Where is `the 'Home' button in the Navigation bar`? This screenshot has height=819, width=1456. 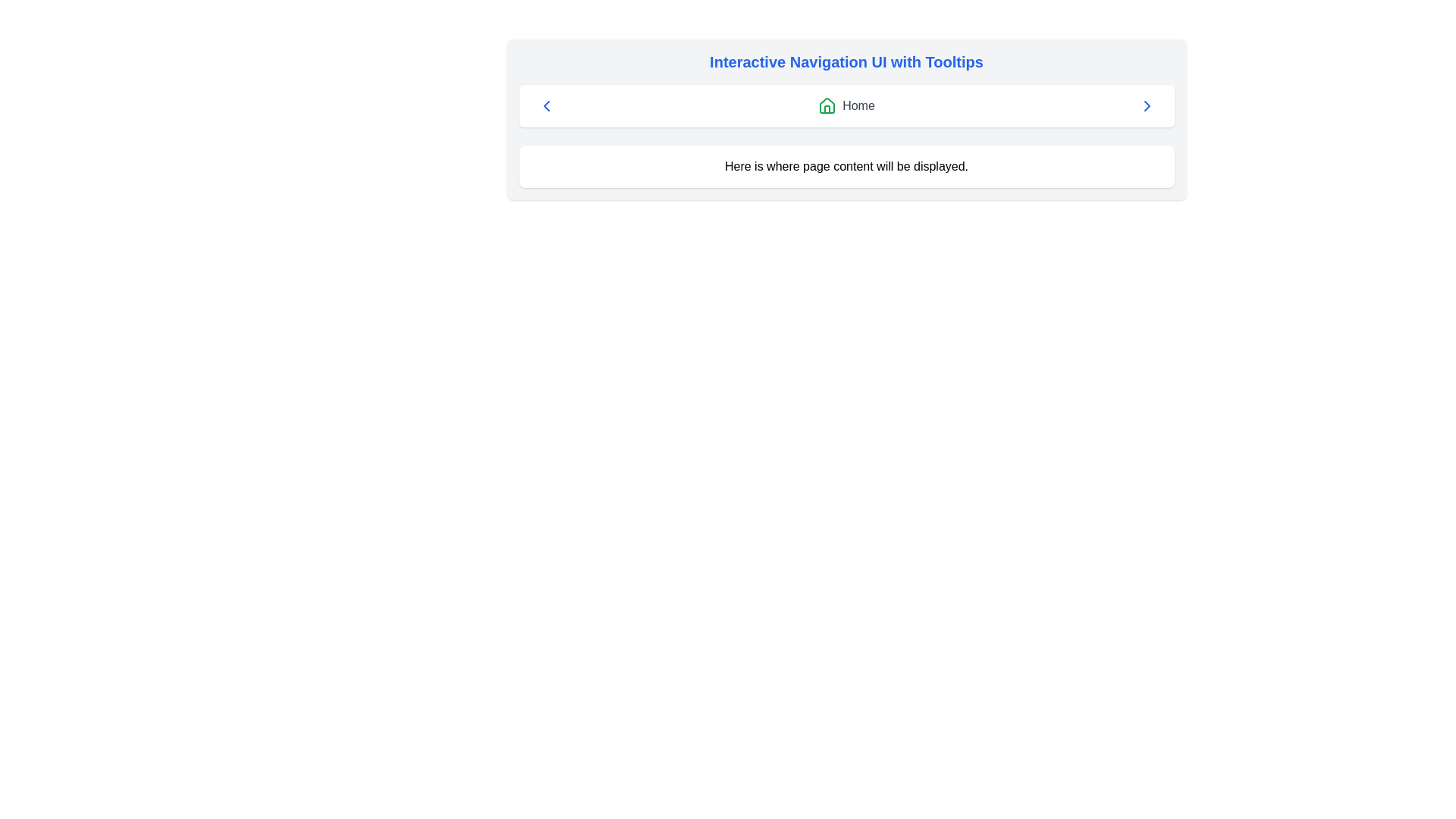 the 'Home' button in the Navigation bar is located at coordinates (846, 105).